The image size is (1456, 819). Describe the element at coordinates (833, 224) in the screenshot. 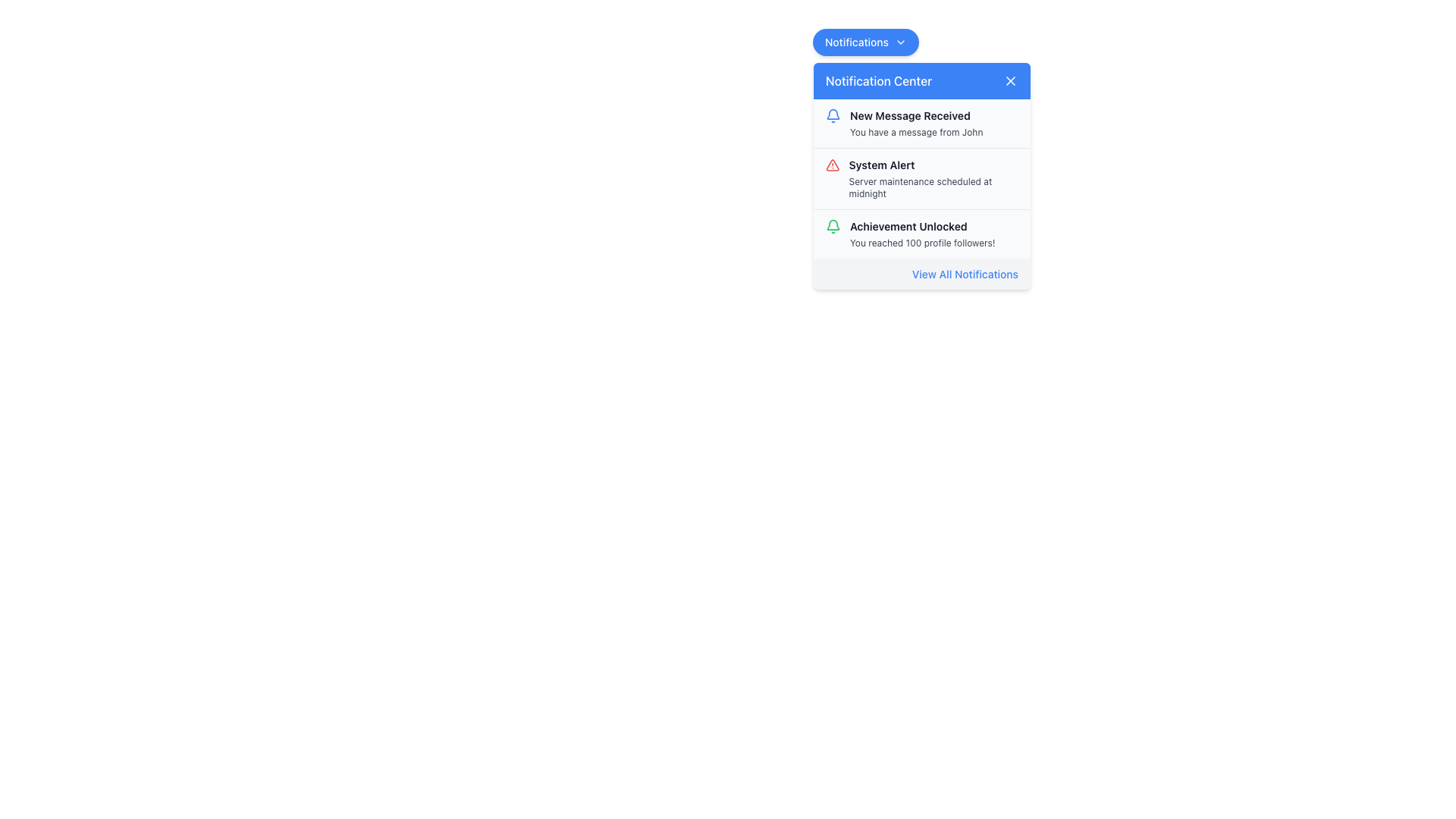

I see `the green stroke notification bell icon located at the top-right corner of the interface, above the 'New Message Received' notification` at that location.